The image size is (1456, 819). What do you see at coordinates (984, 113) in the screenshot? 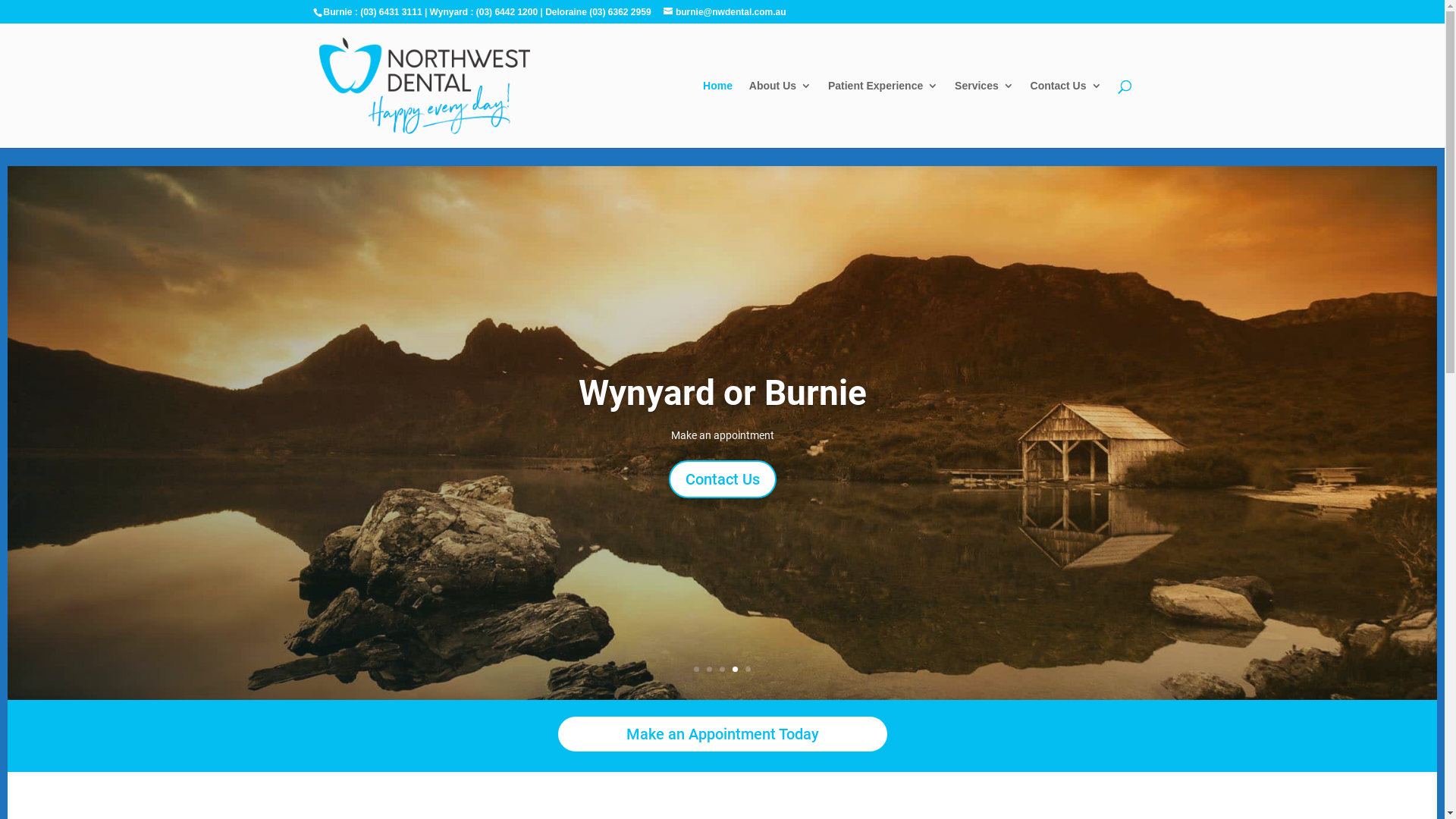
I see `'Services'` at bounding box center [984, 113].